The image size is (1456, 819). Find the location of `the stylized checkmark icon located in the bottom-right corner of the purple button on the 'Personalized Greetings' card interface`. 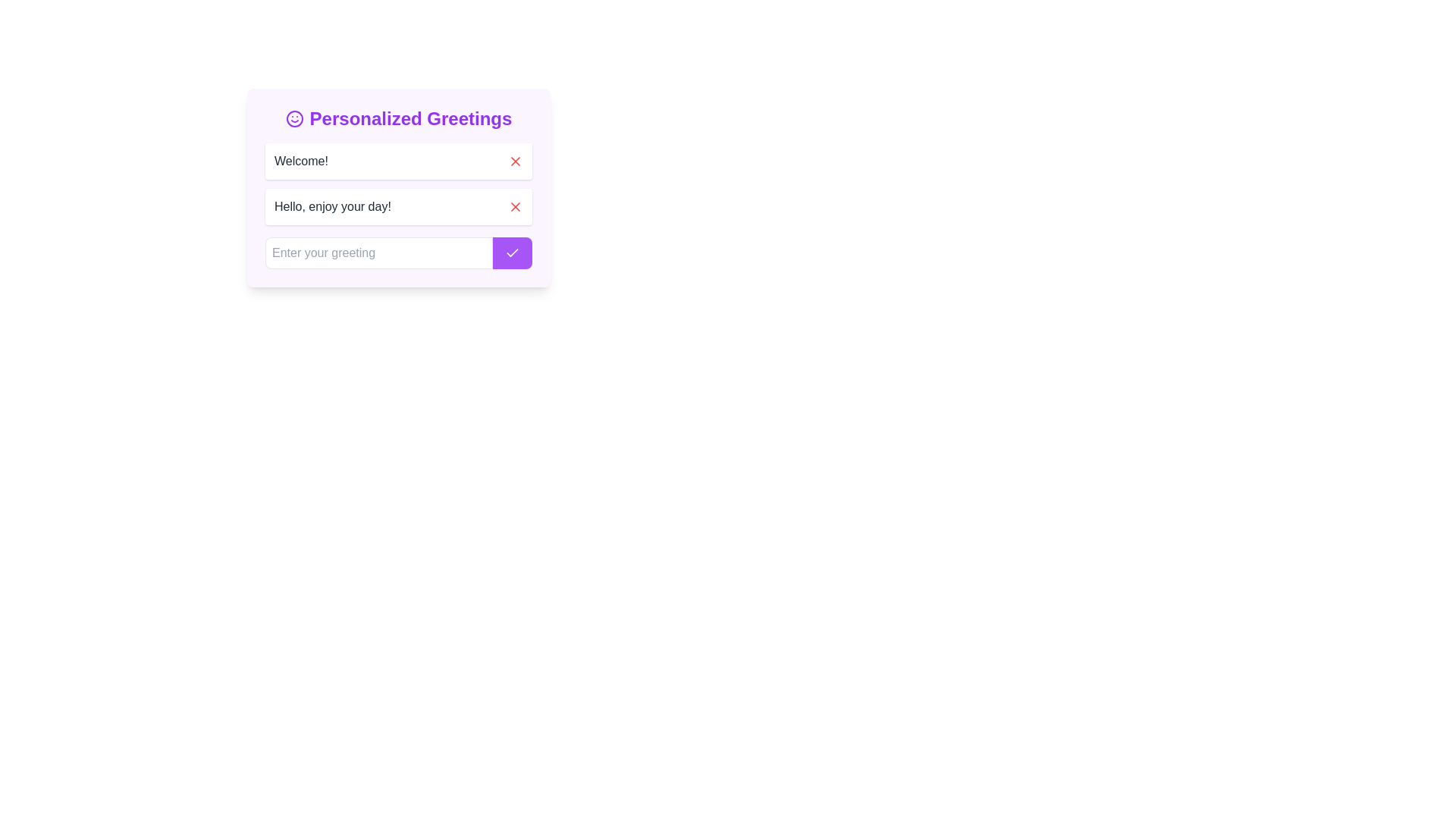

the stylized checkmark icon located in the bottom-right corner of the purple button on the 'Personalized Greetings' card interface is located at coordinates (513, 251).